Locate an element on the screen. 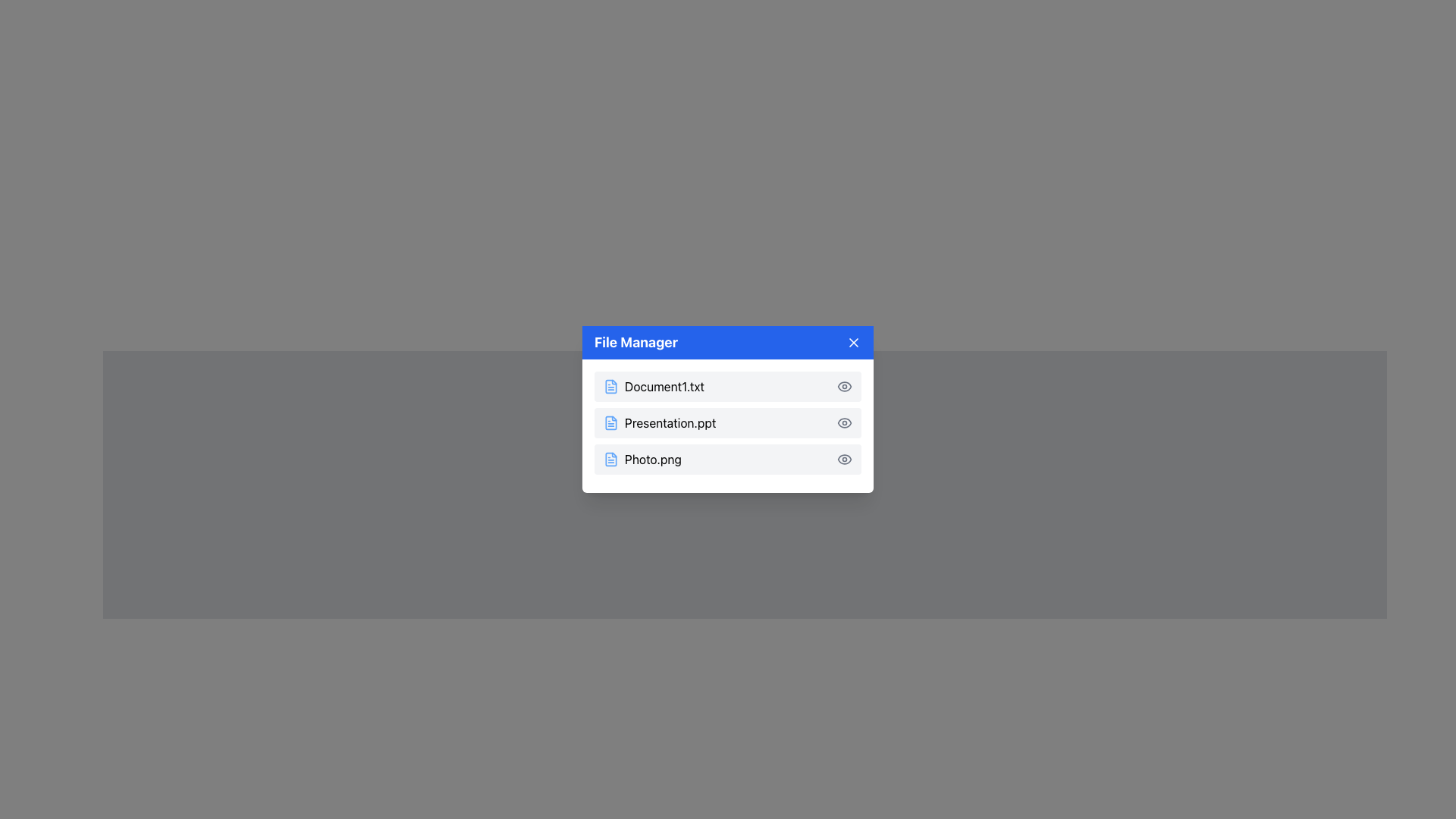 The height and width of the screenshot is (819, 1456). the eye icon at the far-right end of the row labeled 'Photo.png' is located at coordinates (843, 458).